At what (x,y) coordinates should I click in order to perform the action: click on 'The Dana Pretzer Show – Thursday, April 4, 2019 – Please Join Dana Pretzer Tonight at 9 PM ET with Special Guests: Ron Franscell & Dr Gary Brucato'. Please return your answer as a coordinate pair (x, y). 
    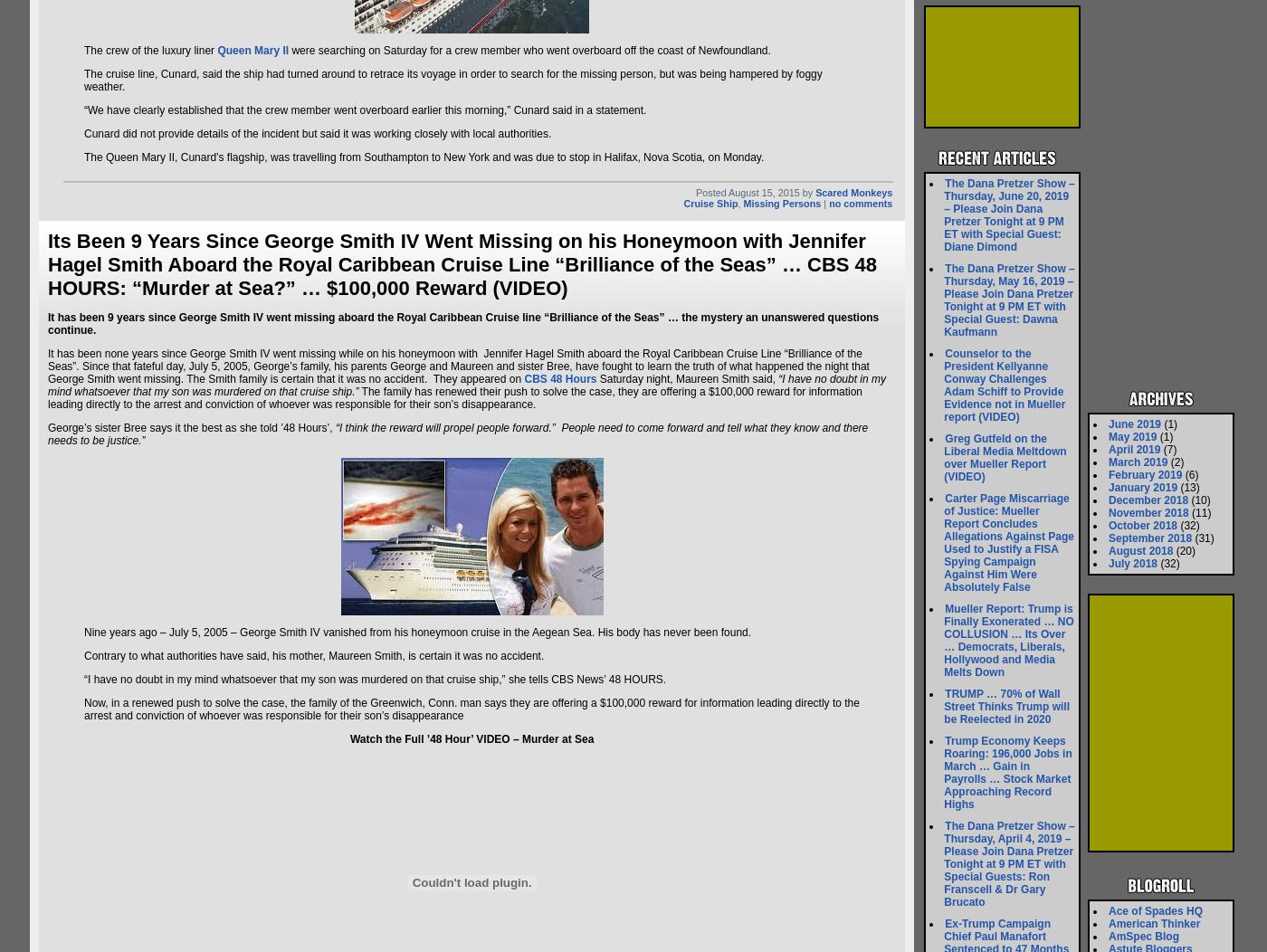
    Looking at the image, I should click on (1008, 863).